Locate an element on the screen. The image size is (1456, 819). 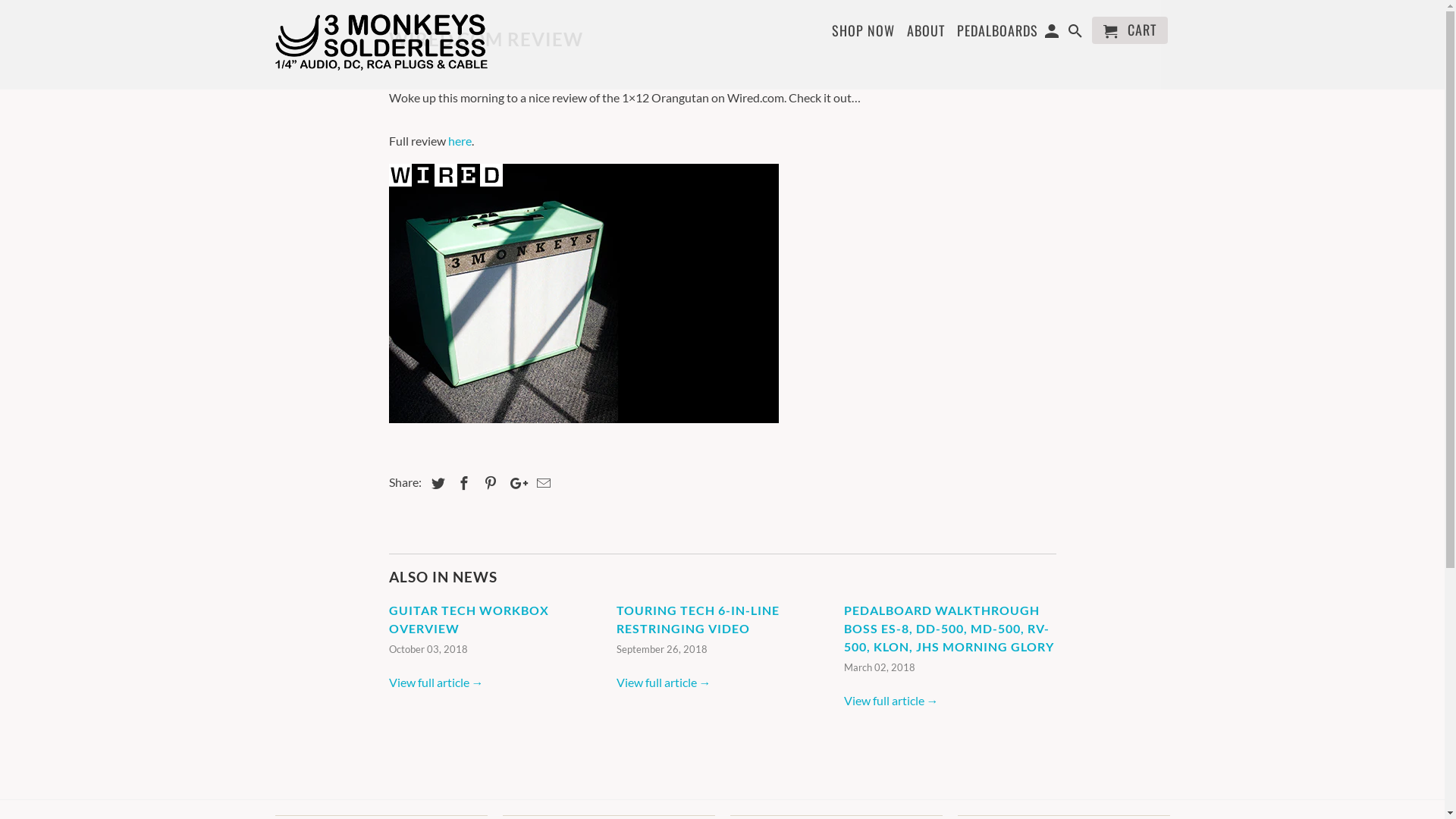
'TOURING TECH 6-IN-LINE RESTRINGING VIDEO' is located at coordinates (615, 619).